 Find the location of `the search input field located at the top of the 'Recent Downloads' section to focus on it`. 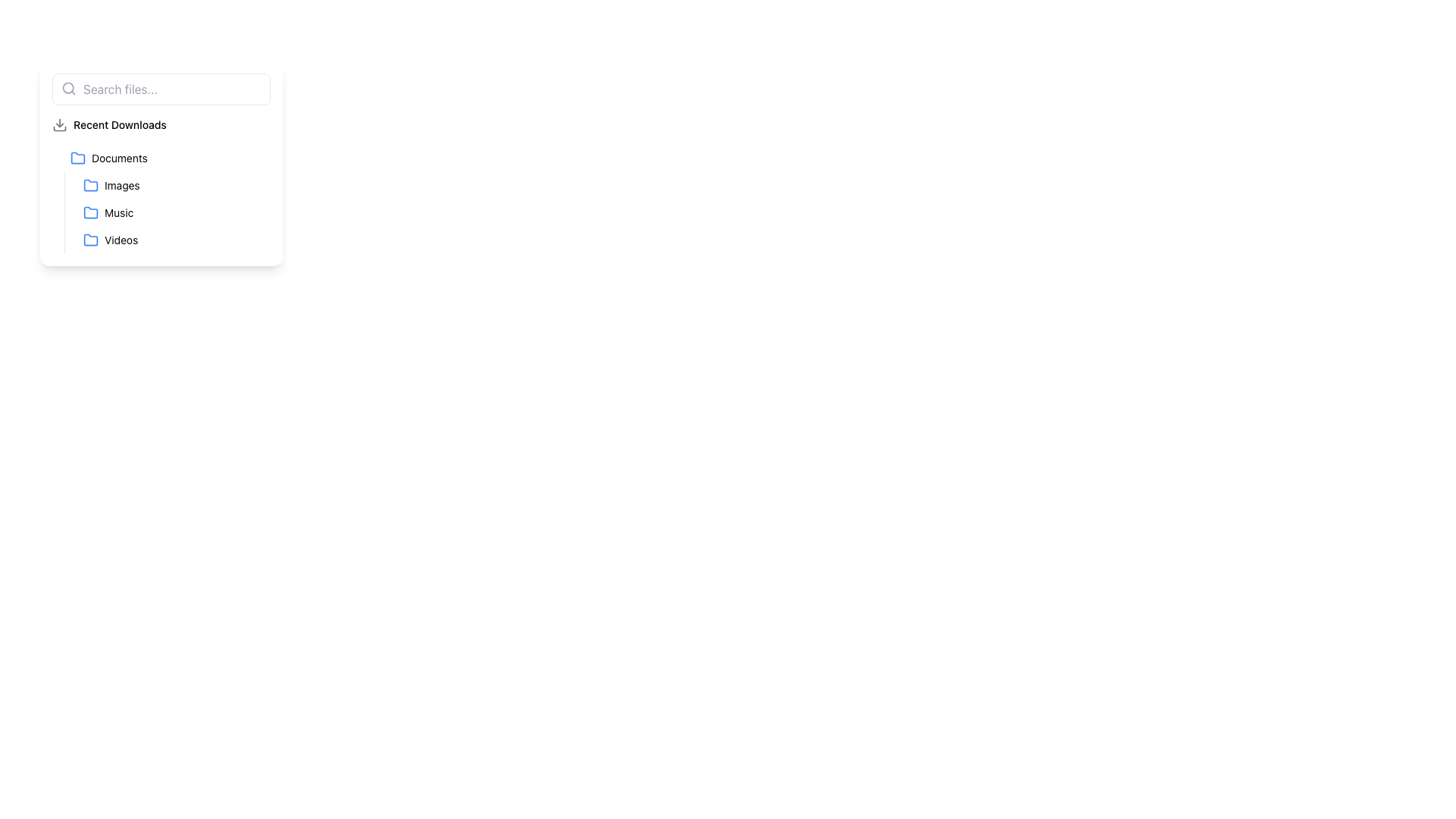

the search input field located at the top of the 'Recent Downloads' section to focus on it is located at coordinates (161, 89).